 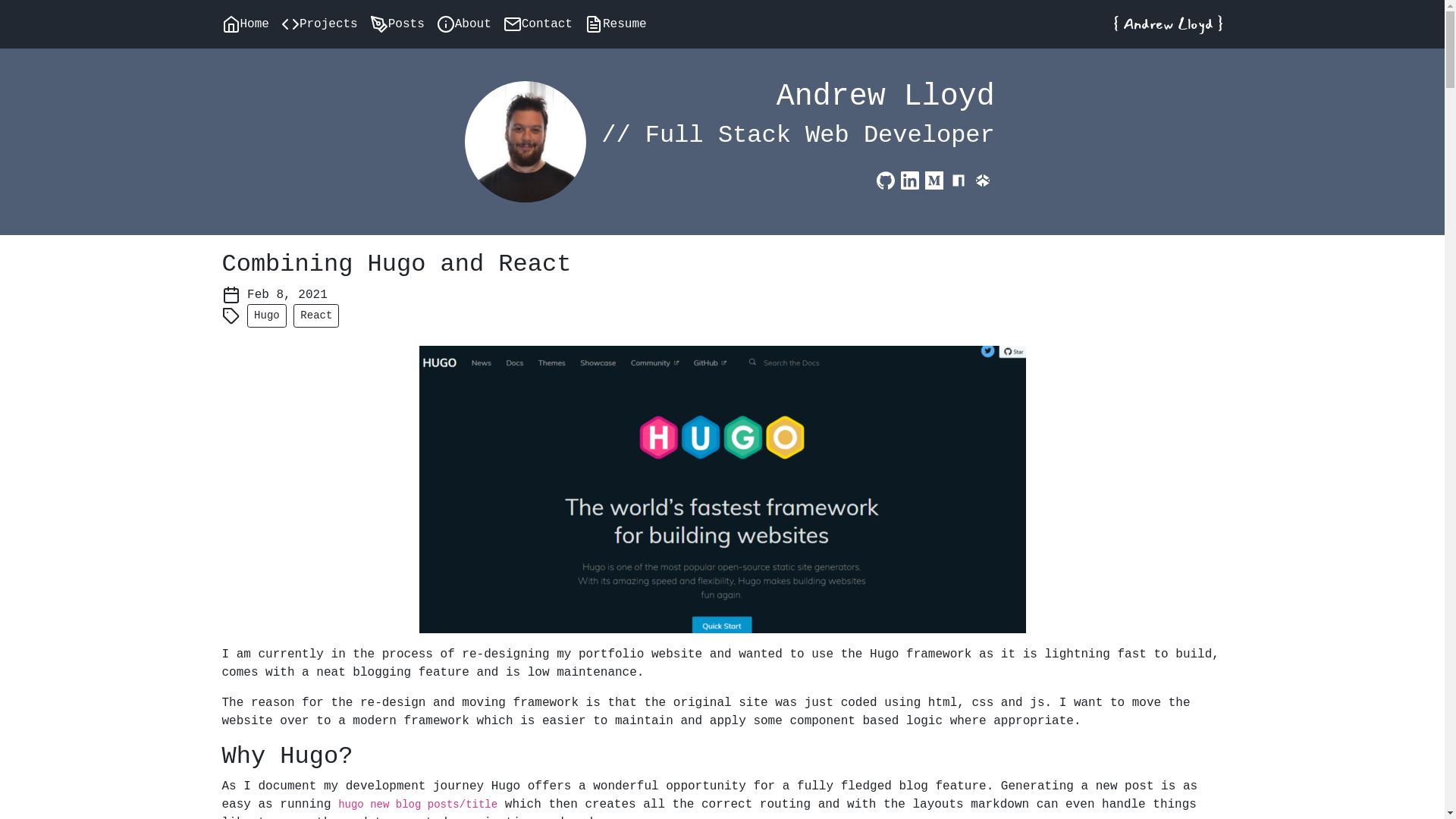 I want to click on 'Posts', so click(x=370, y=24).